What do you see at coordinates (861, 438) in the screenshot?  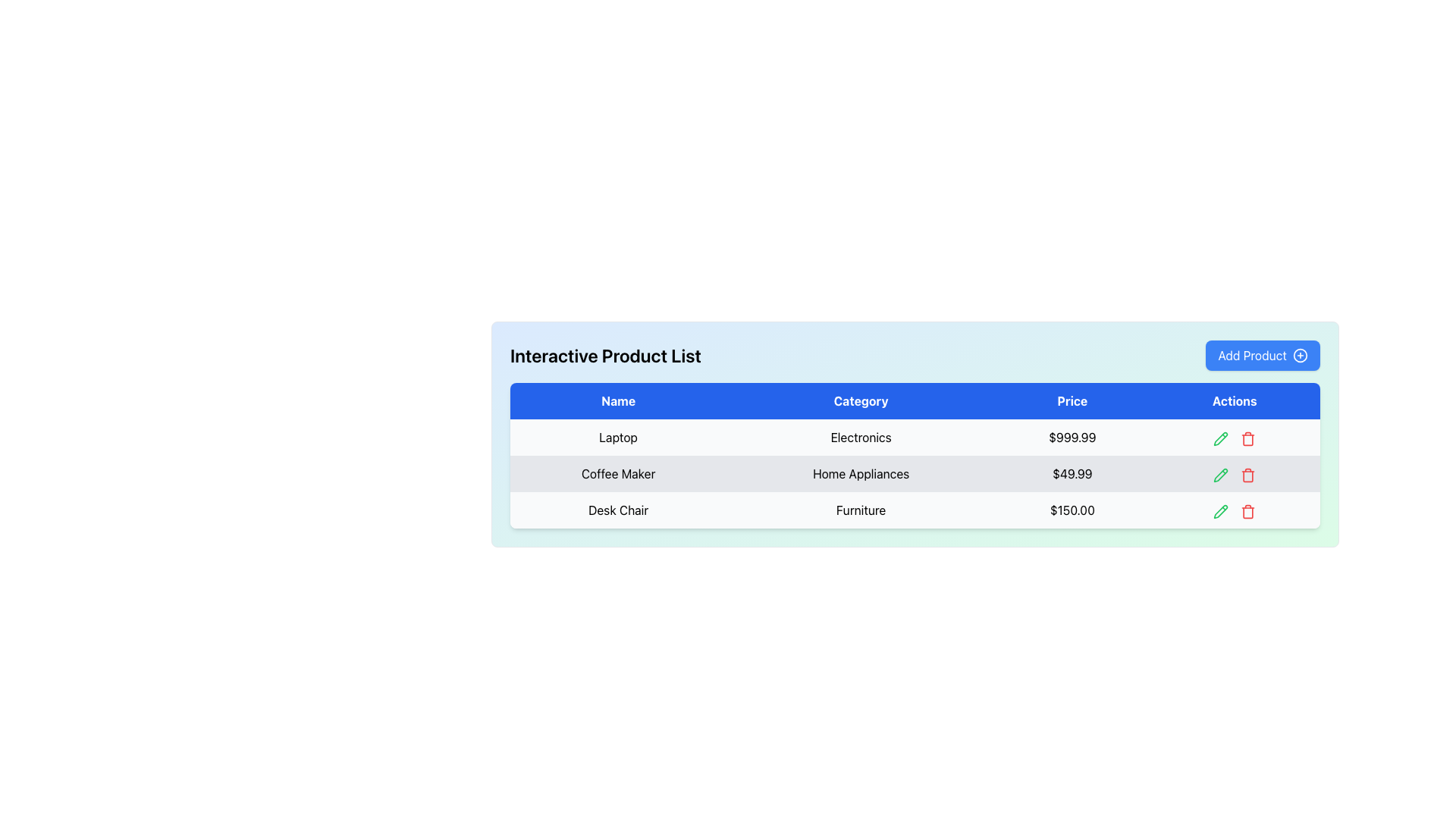 I see `the text display showing 'Electronics' located in the second column of the product details table, positioned between 'Laptop' and '$999.99'` at bounding box center [861, 438].